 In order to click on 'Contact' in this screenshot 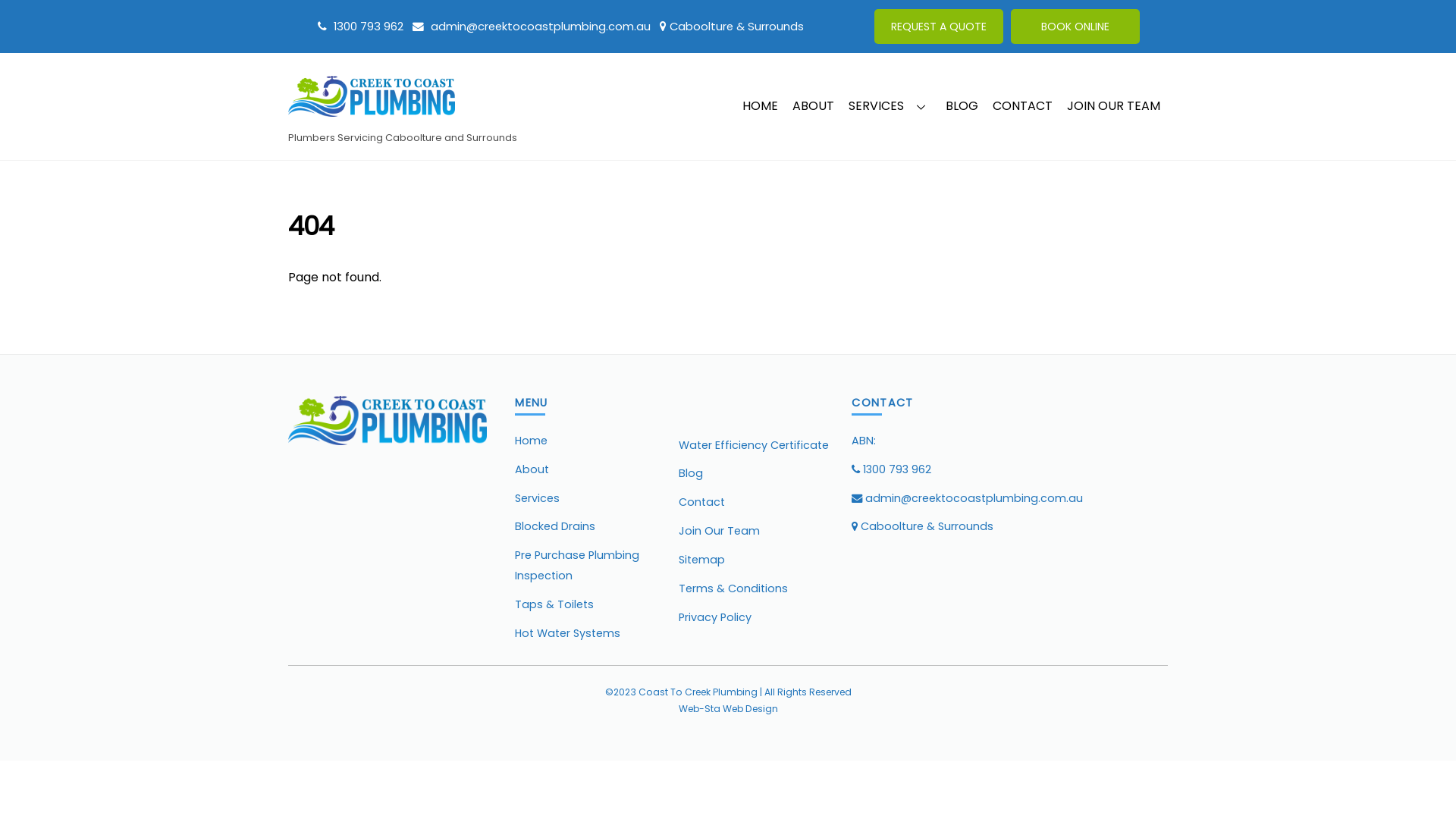, I will do `click(701, 502)`.